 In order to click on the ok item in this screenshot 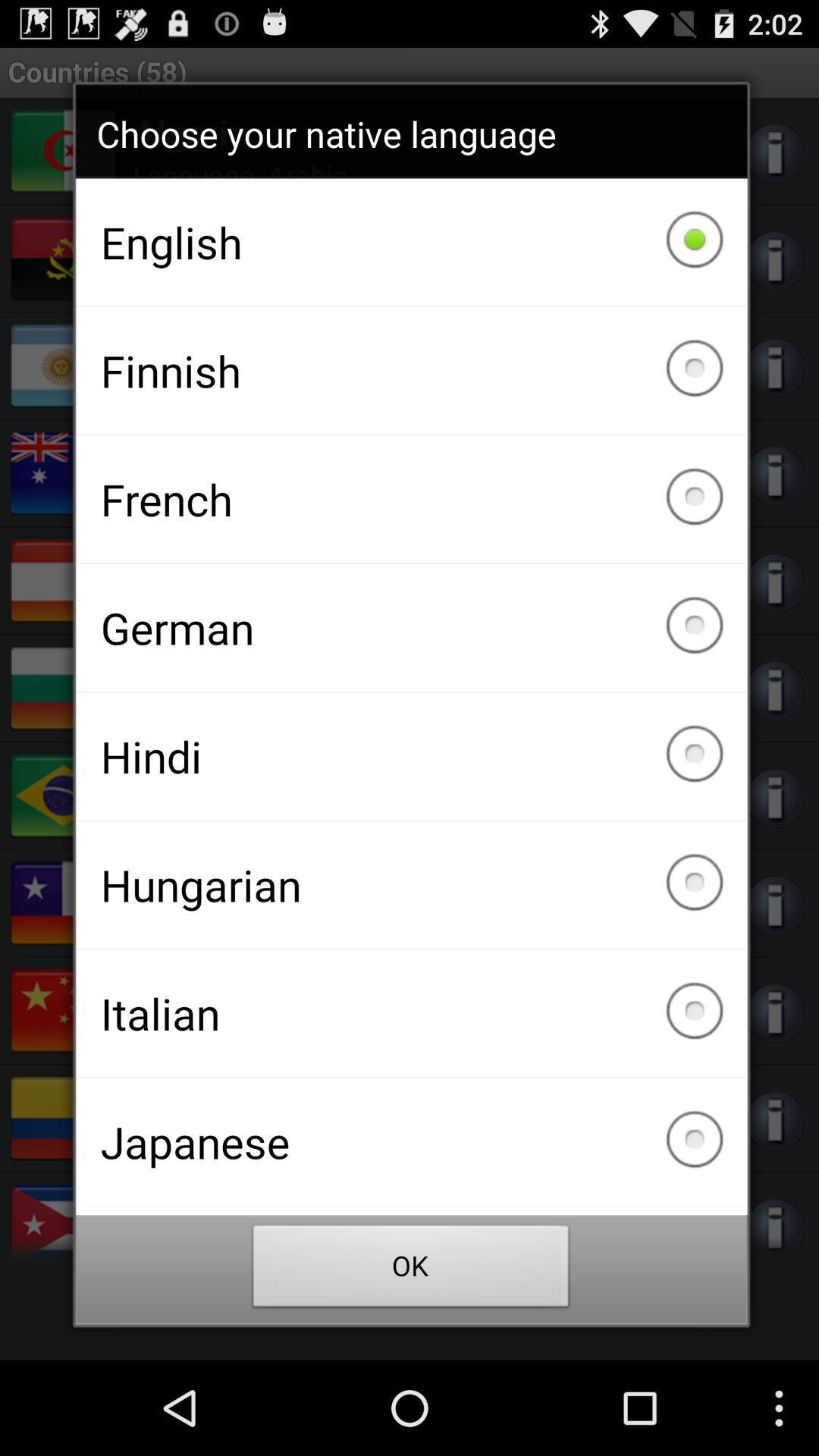, I will do `click(411, 1270)`.